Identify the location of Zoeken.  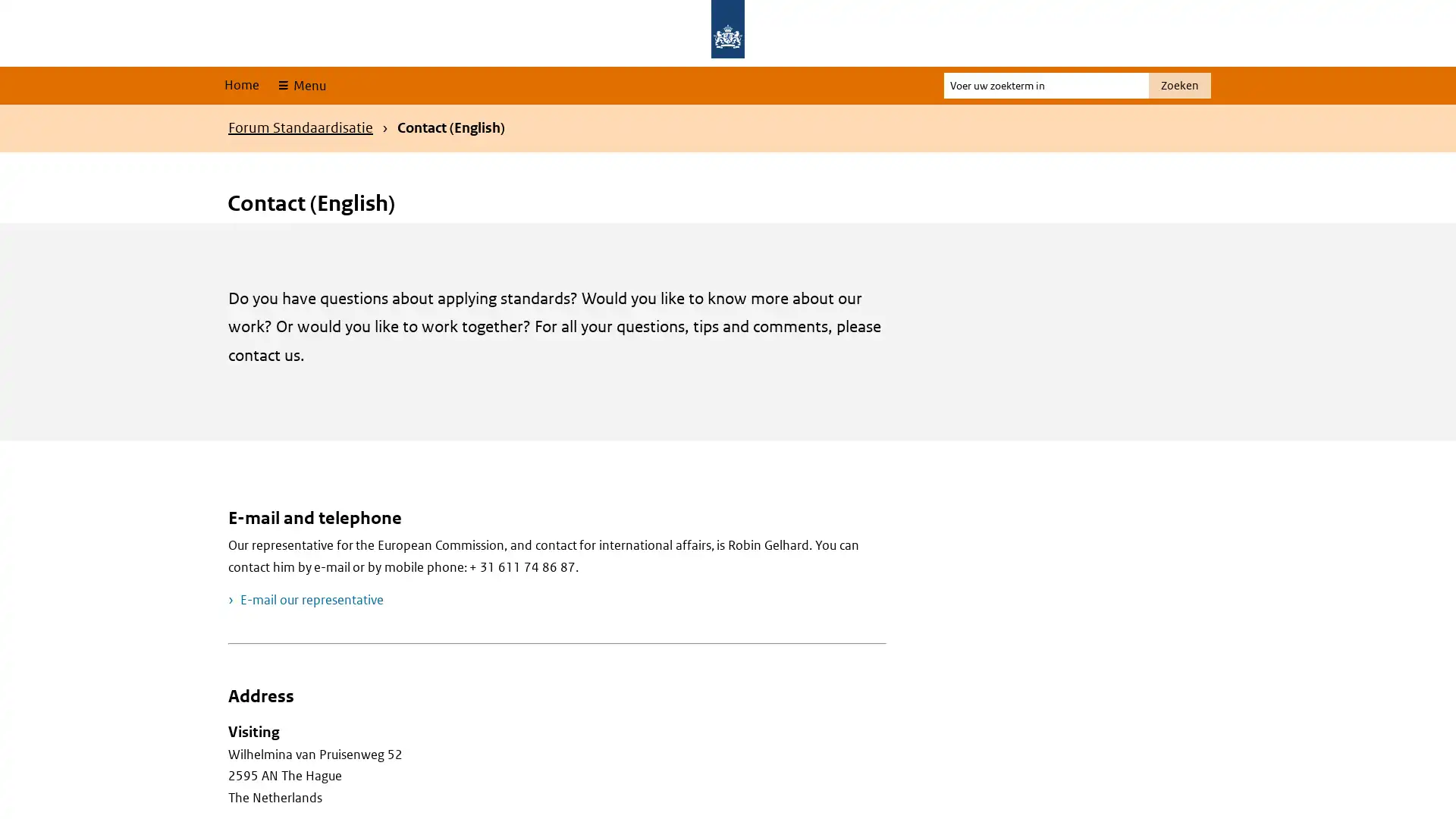
(1178, 85).